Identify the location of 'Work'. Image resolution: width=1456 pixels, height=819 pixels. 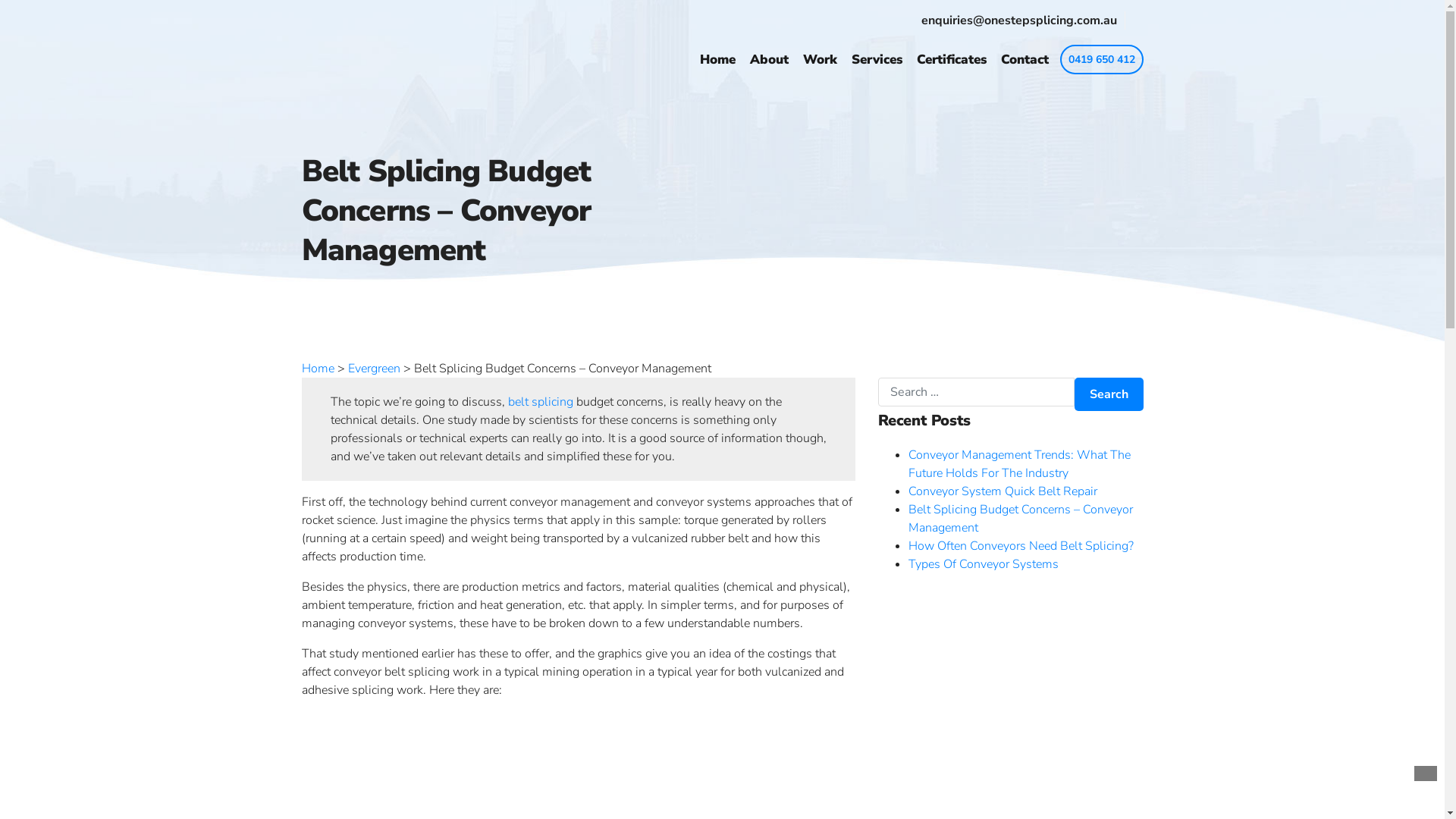
(801, 58).